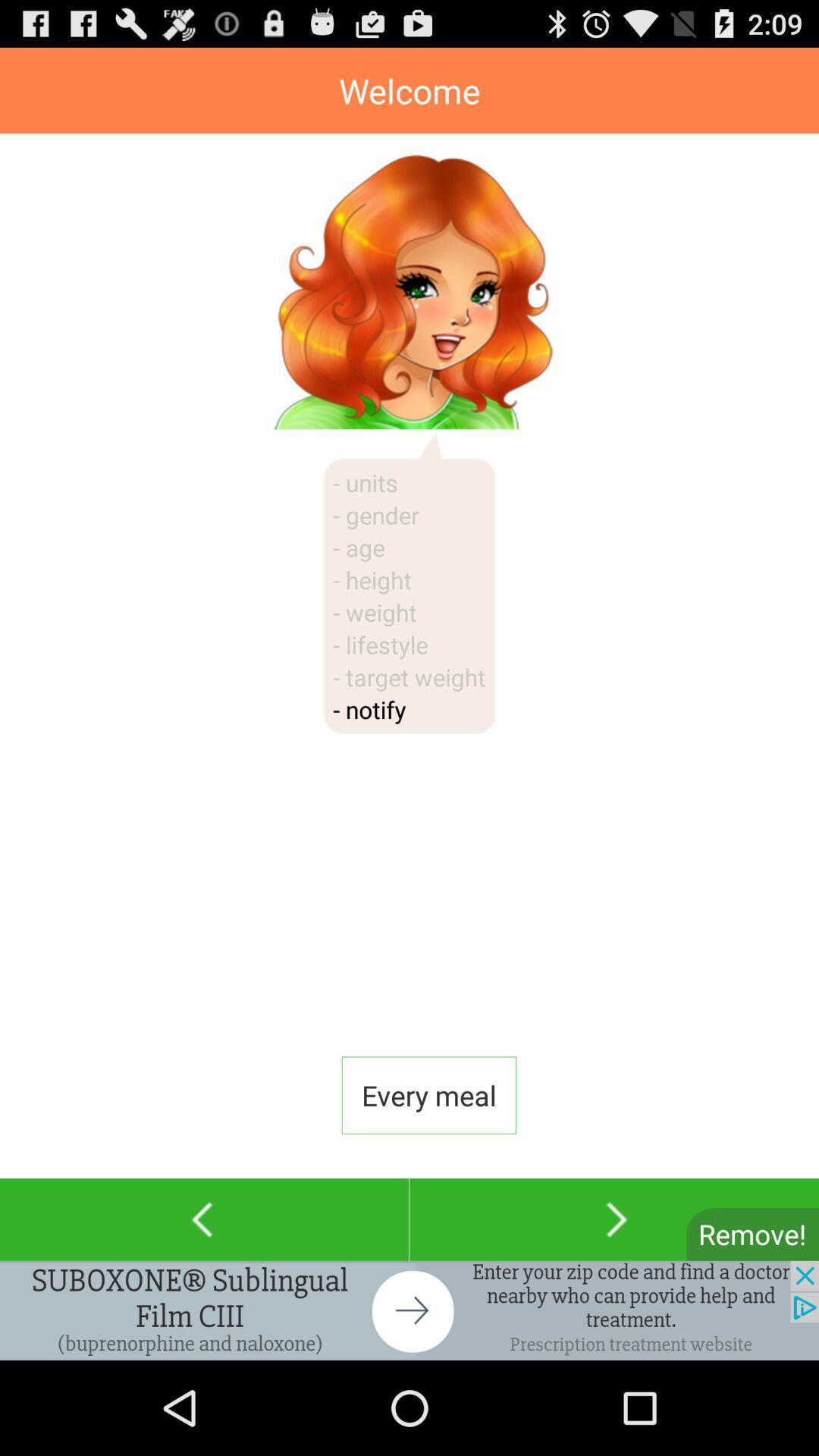 The width and height of the screenshot is (819, 1456). I want to click on next, so click(614, 1219).